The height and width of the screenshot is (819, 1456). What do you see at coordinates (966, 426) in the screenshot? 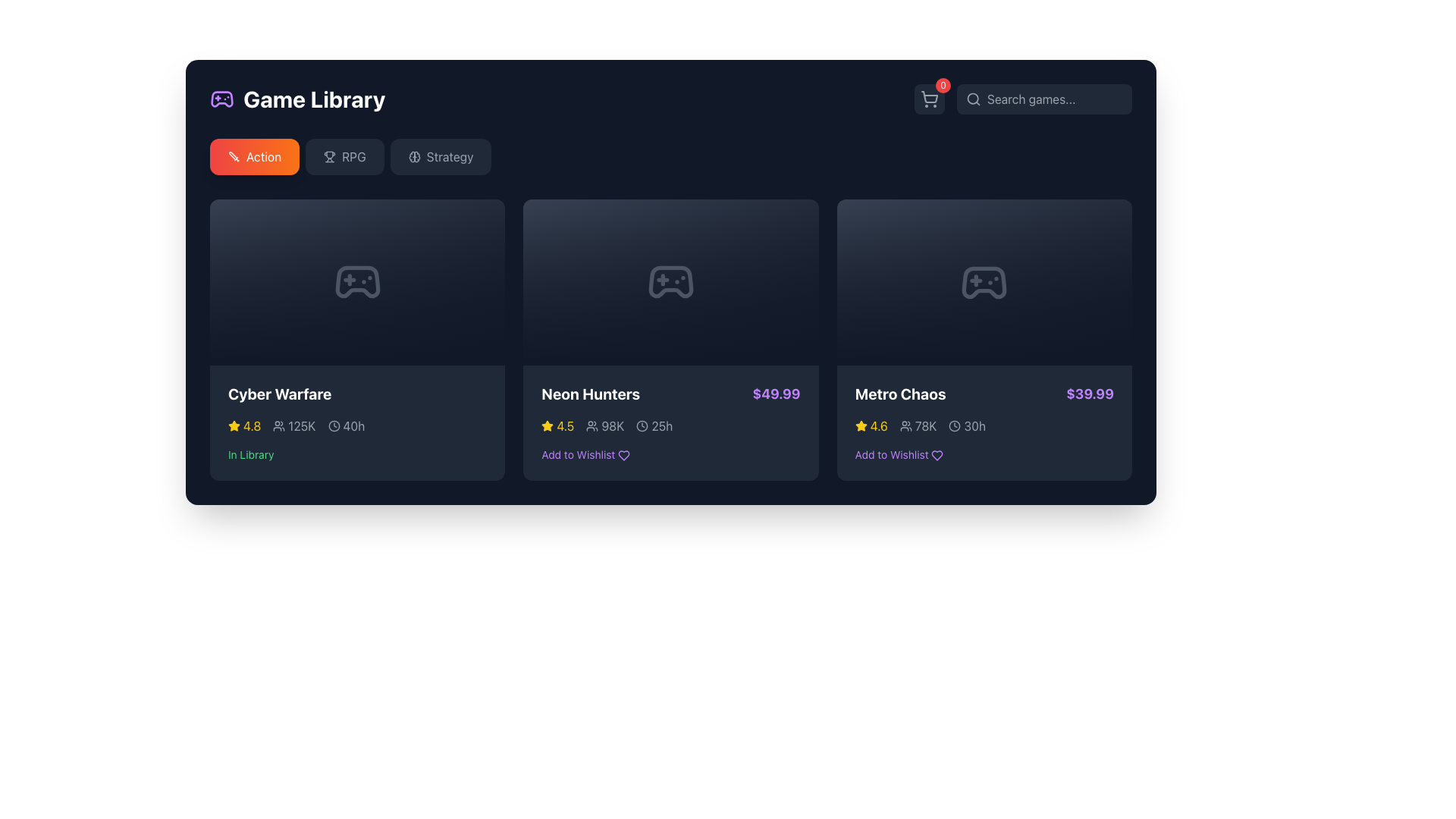
I see `displayed information from the Label showing '30h' next to a clock icon, located in the Metro Chaos game section` at bounding box center [966, 426].